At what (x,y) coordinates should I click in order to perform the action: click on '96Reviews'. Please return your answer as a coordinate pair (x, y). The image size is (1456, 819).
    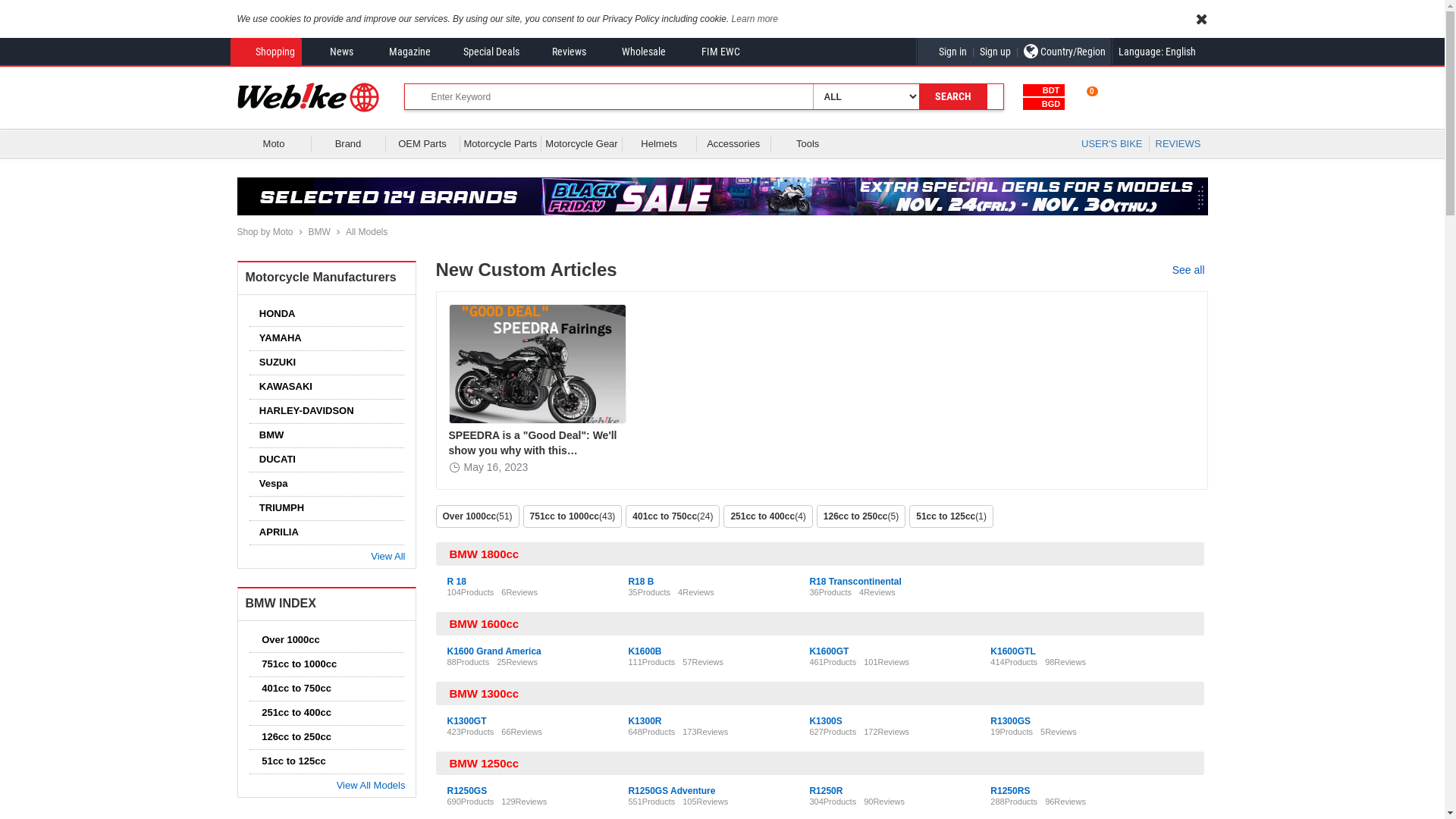
    Looking at the image, I should click on (1065, 800).